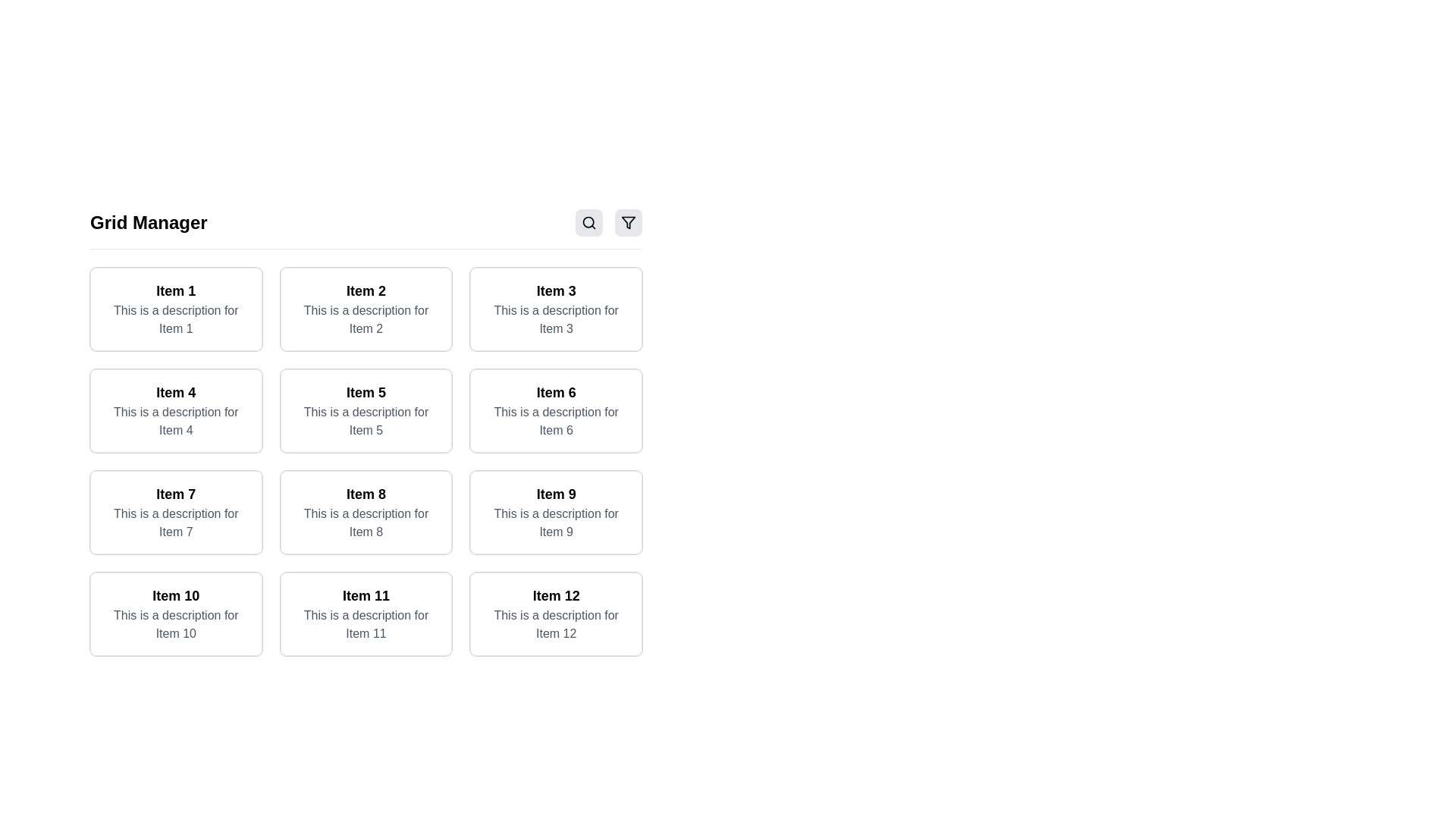  What do you see at coordinates (629, 222) in the screenshot?
I see `the funnel-shaped icon button, which is styled with a minimalist outline design in gray, located in the top-right section of the interface` at bounding box center [629, 222].